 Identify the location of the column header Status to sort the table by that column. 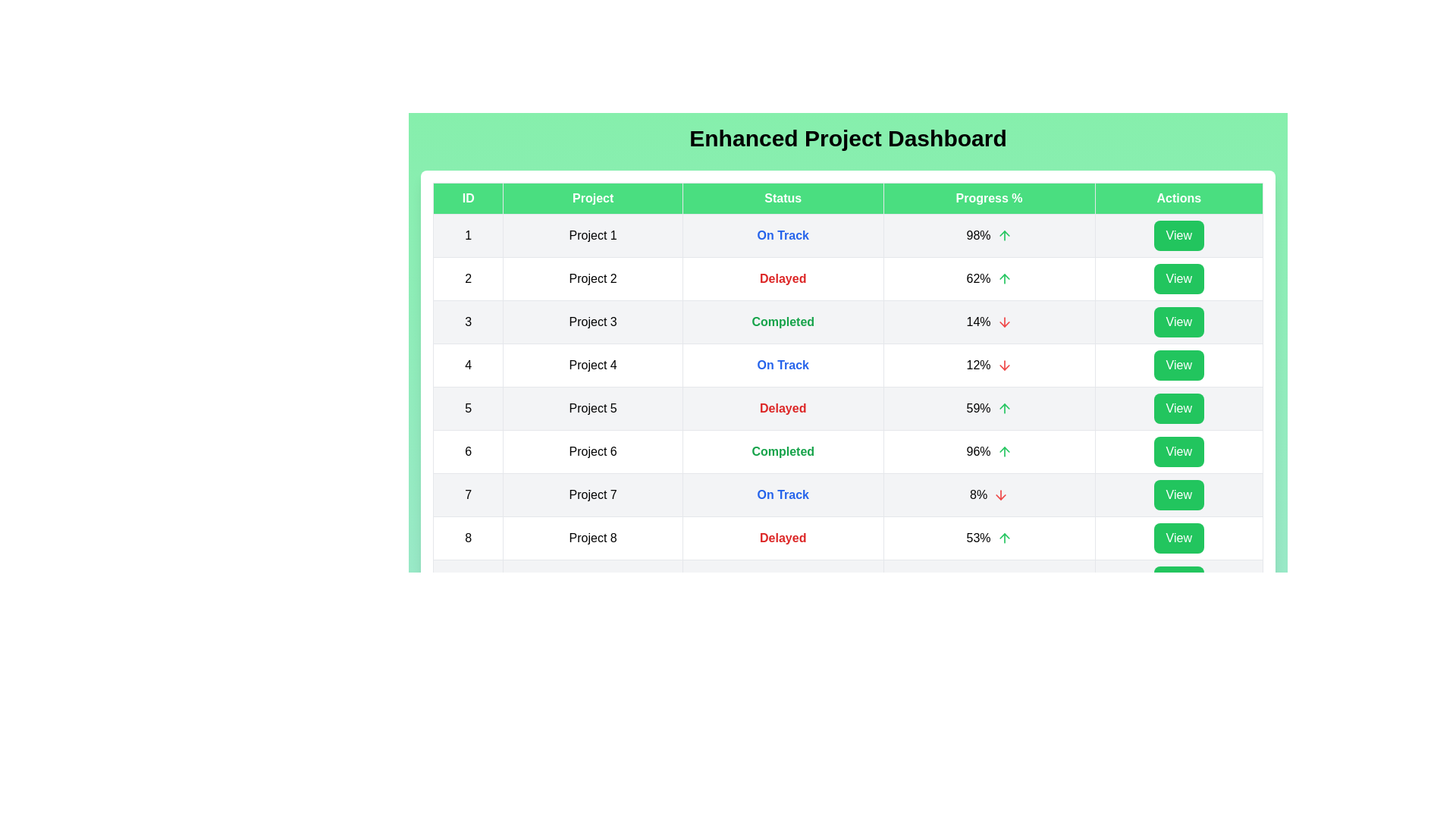
(783, 198).